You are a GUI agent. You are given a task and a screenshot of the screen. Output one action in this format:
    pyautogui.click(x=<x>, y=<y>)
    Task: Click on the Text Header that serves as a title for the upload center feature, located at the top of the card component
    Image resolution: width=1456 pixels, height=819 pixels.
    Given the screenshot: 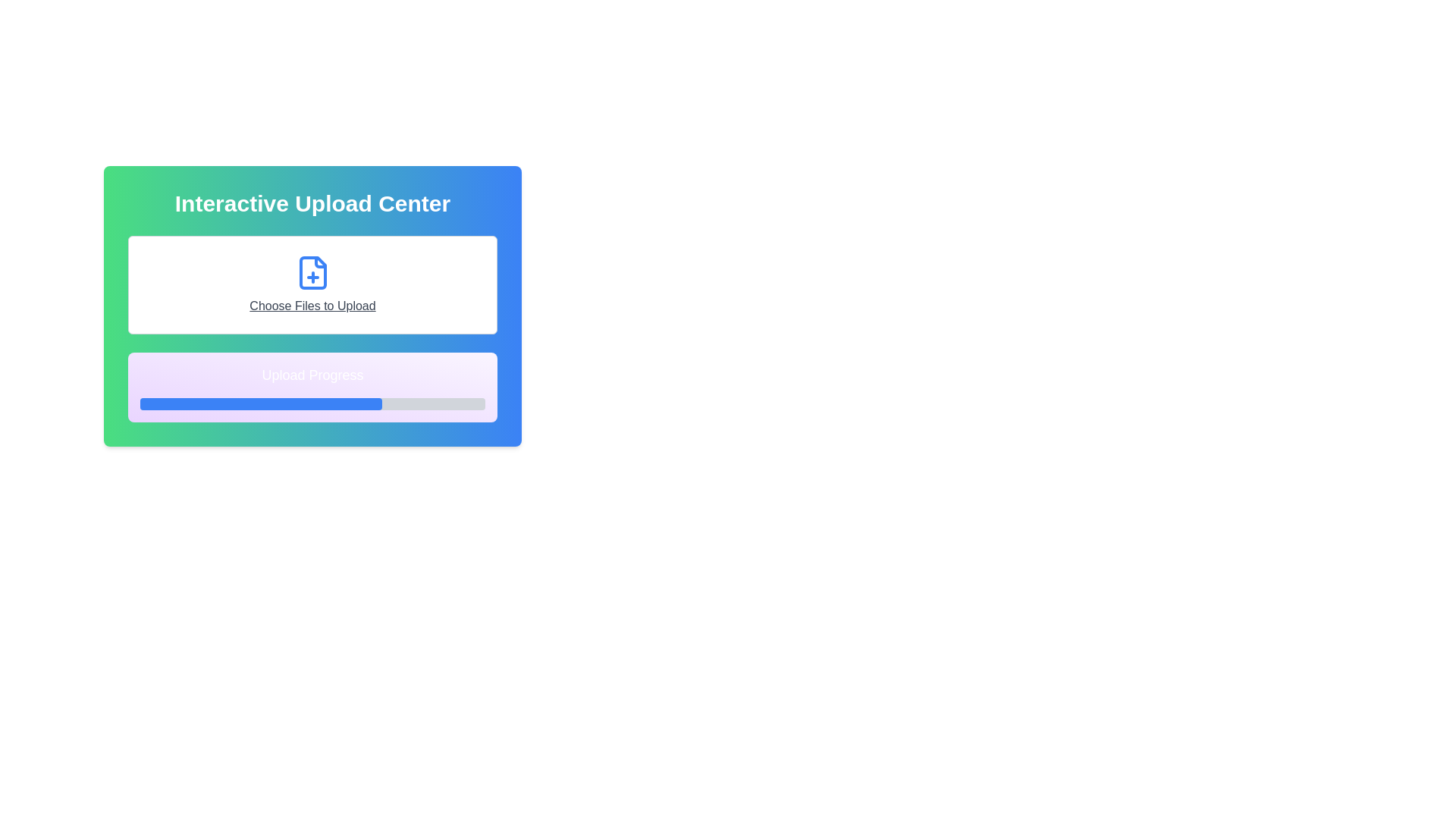 What is the action you would take?
    pyautogui.click(x=312, y=203)
    